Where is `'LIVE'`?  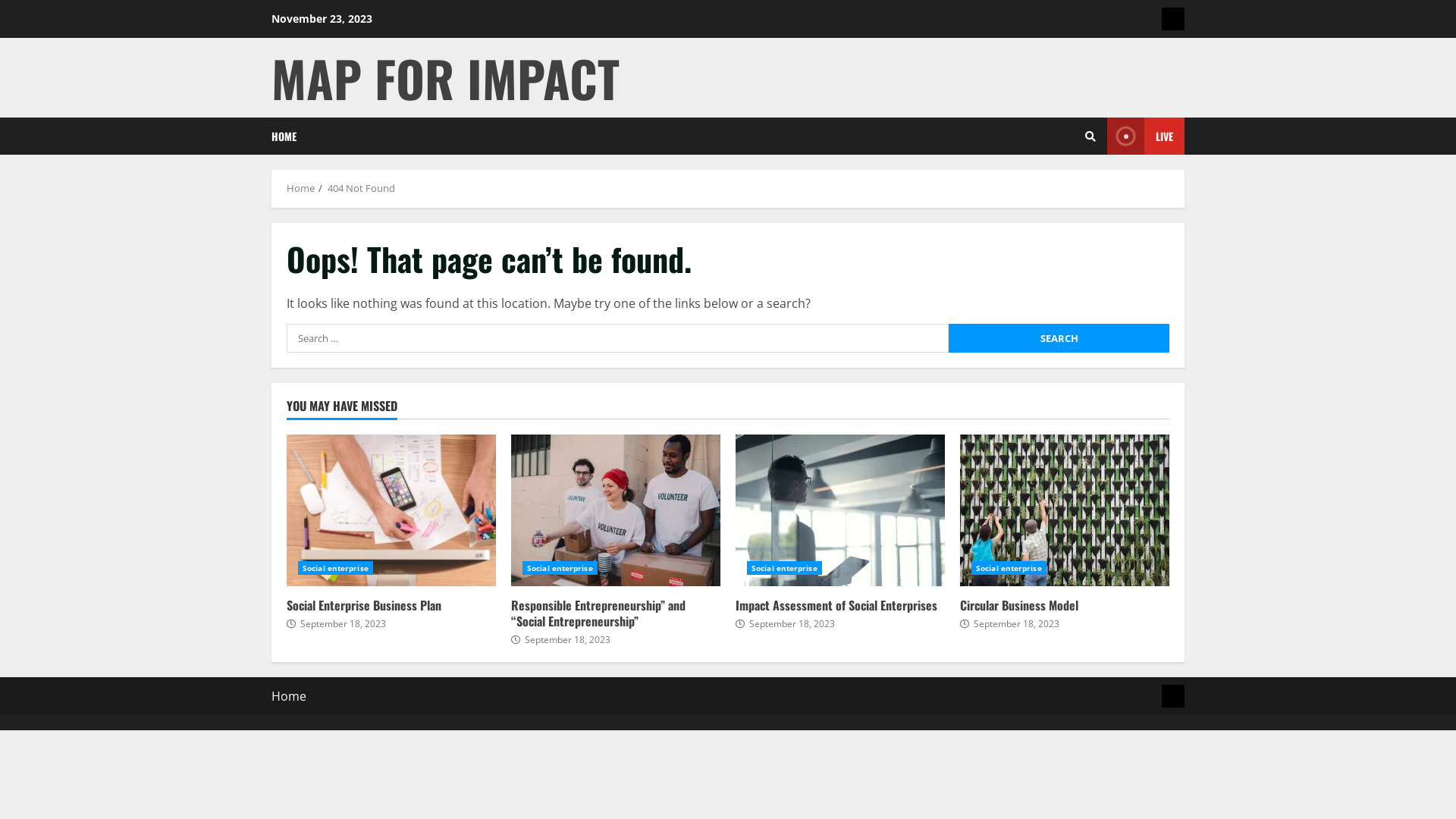 'LIVE' is located at coordinates (1146, 135).